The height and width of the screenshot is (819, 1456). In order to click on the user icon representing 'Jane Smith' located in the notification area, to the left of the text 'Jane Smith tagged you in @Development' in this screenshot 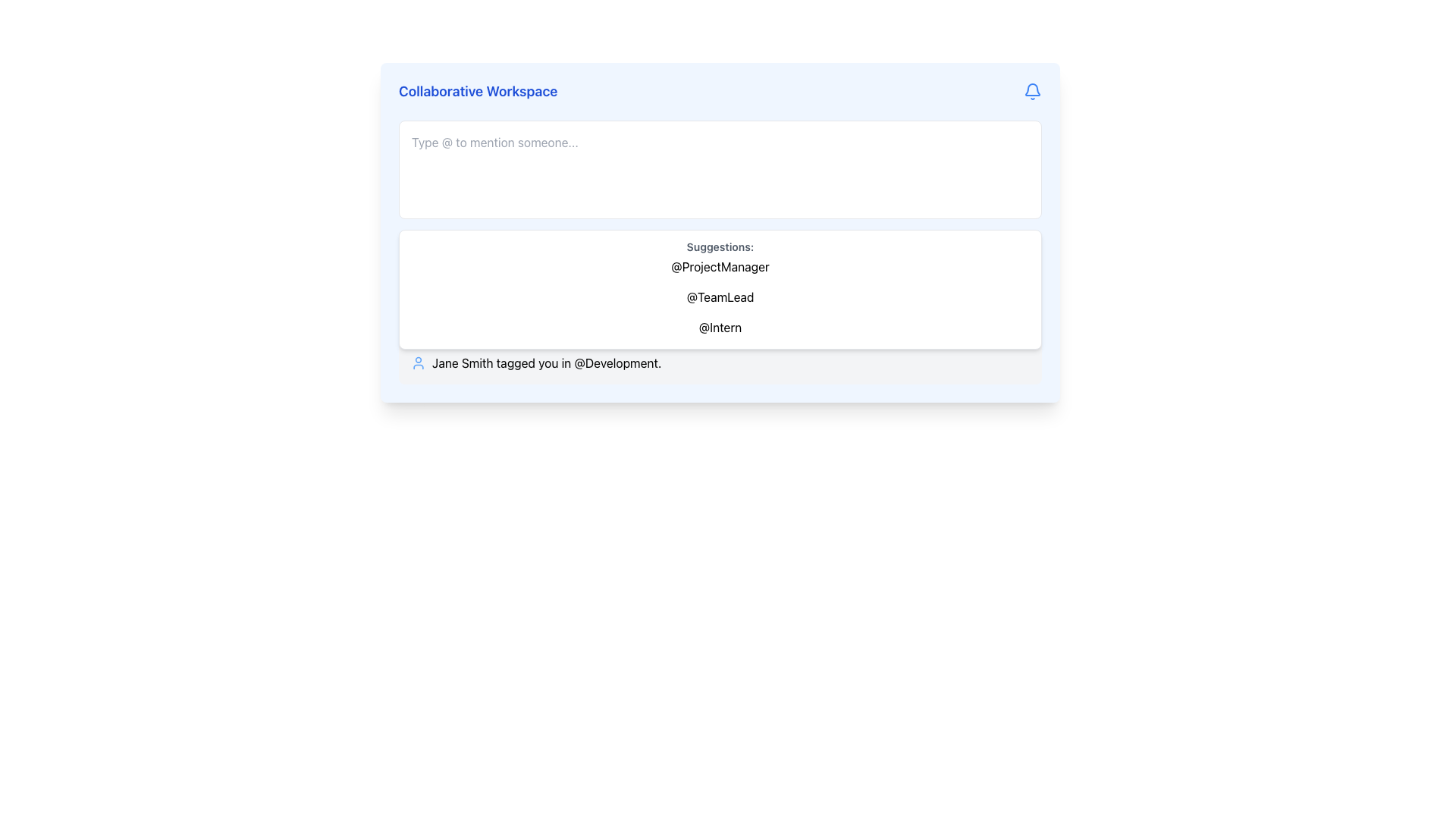, I will do `click(419, 362)`.